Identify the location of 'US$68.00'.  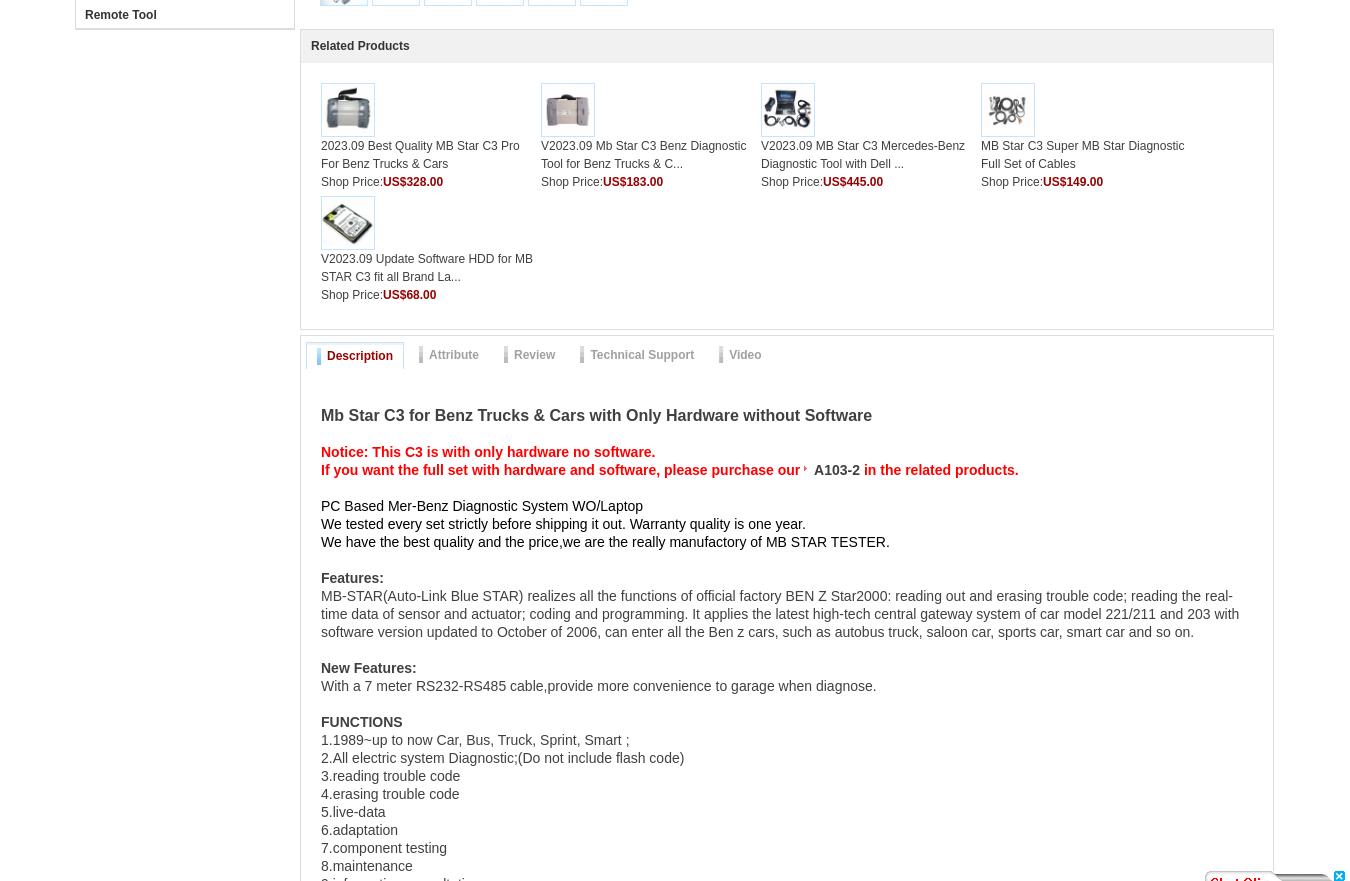
(409, 293).